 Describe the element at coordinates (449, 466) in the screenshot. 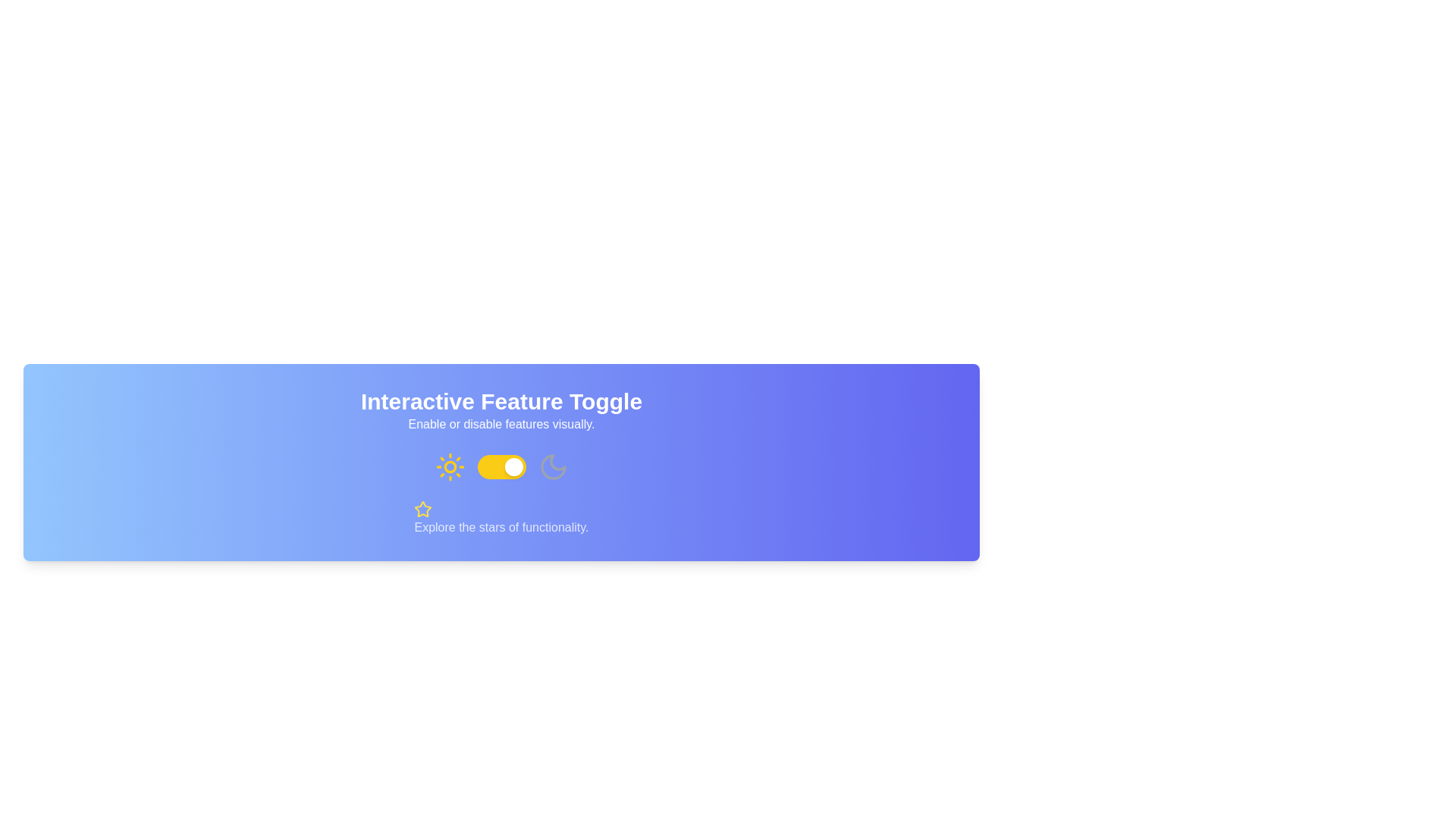

I see `the bright yellow sun icon, which is located within a blue toggle area and positioned to the left of a yellow toggle switch` at that location.